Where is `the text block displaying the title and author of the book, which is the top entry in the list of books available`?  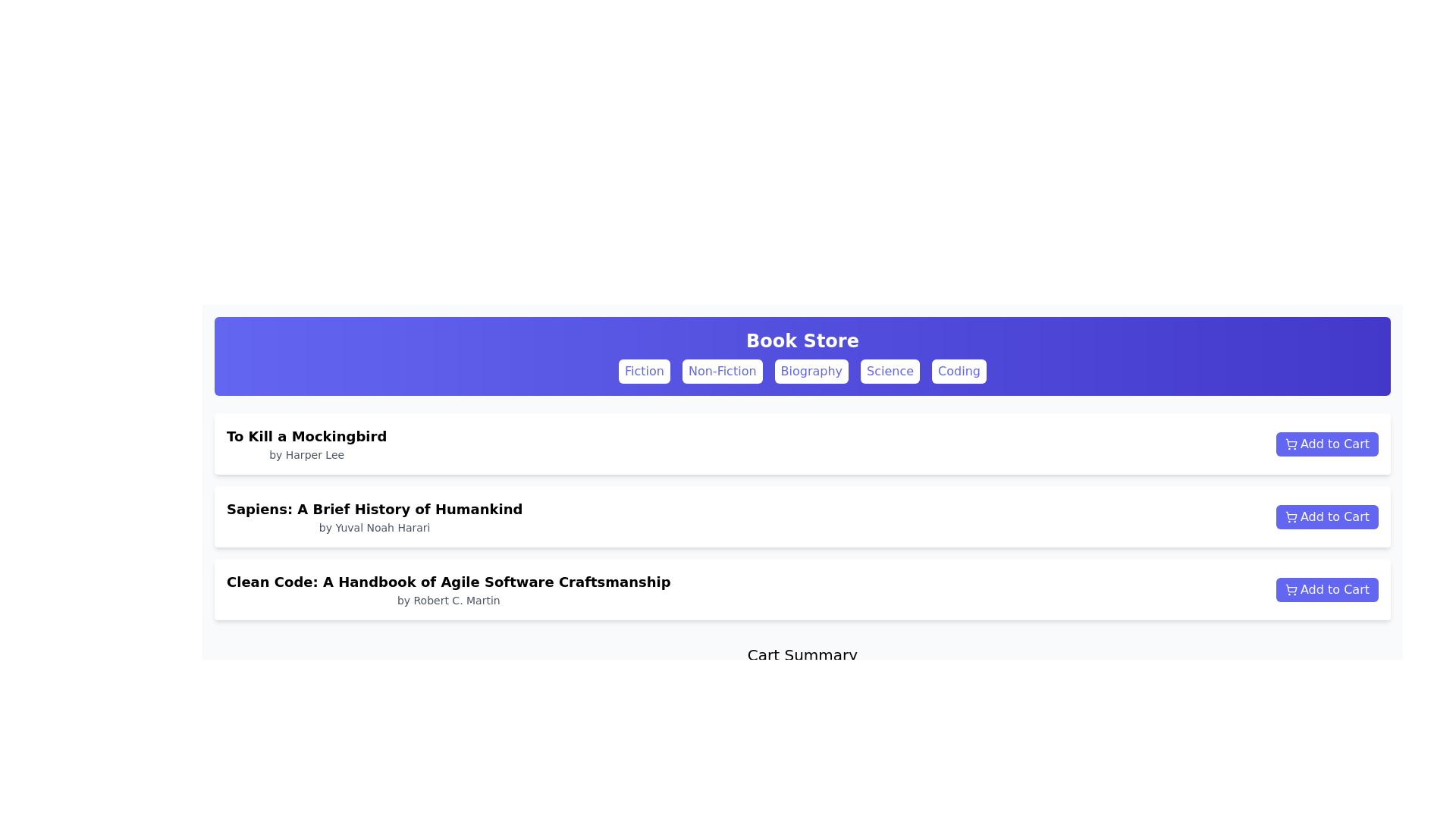 the text block displaying the title and author of the book, which is the top entry in the list of books available is located at coordinates (306, 444).